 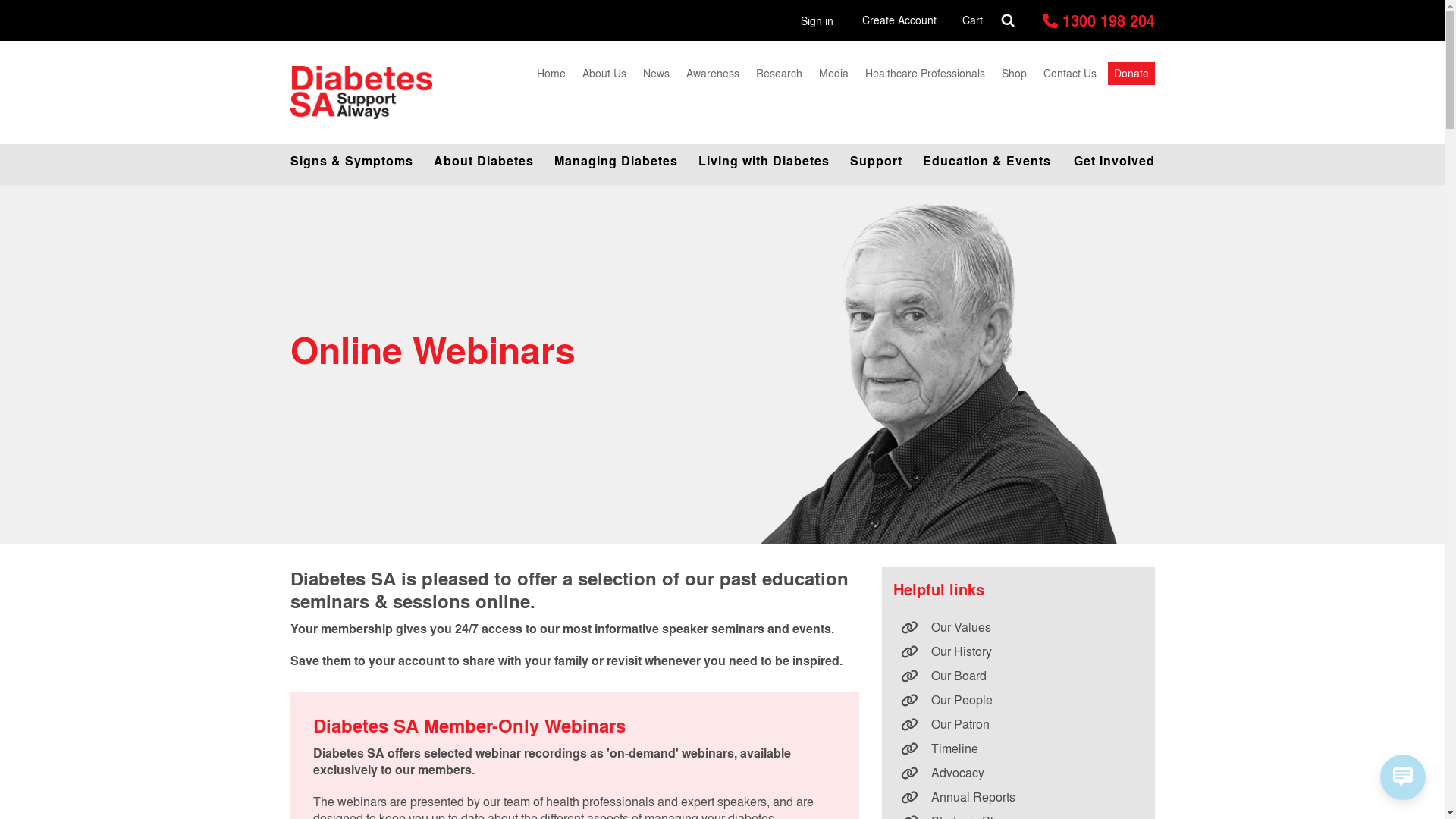 What do you see at coordinates (422, 161) in the screenshot?
I see `'About Diabetes'` at bounding box center [422, 161].